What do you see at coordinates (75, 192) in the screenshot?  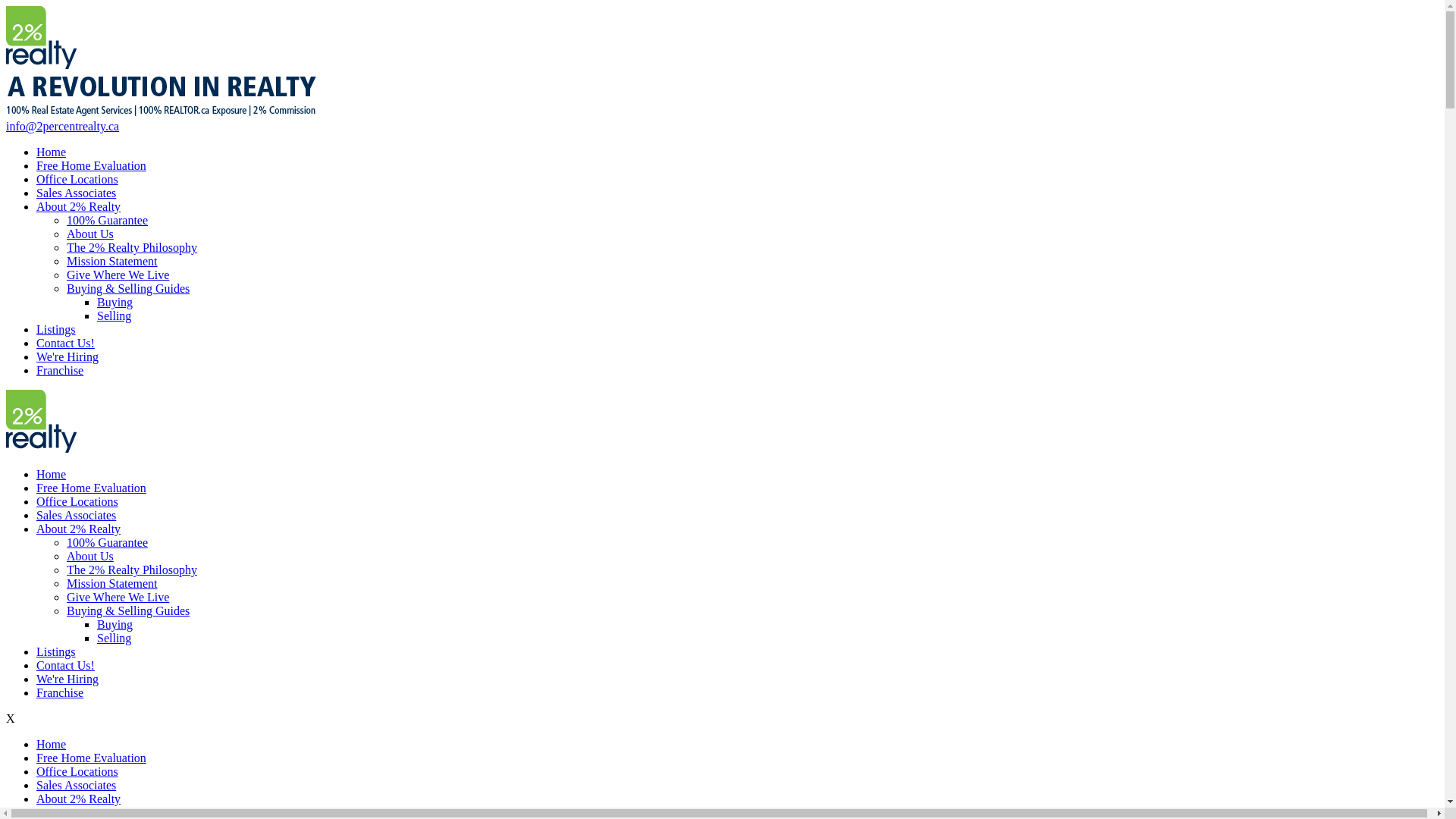 I see `'Sales Associates'` at bounding box center [75, 192].